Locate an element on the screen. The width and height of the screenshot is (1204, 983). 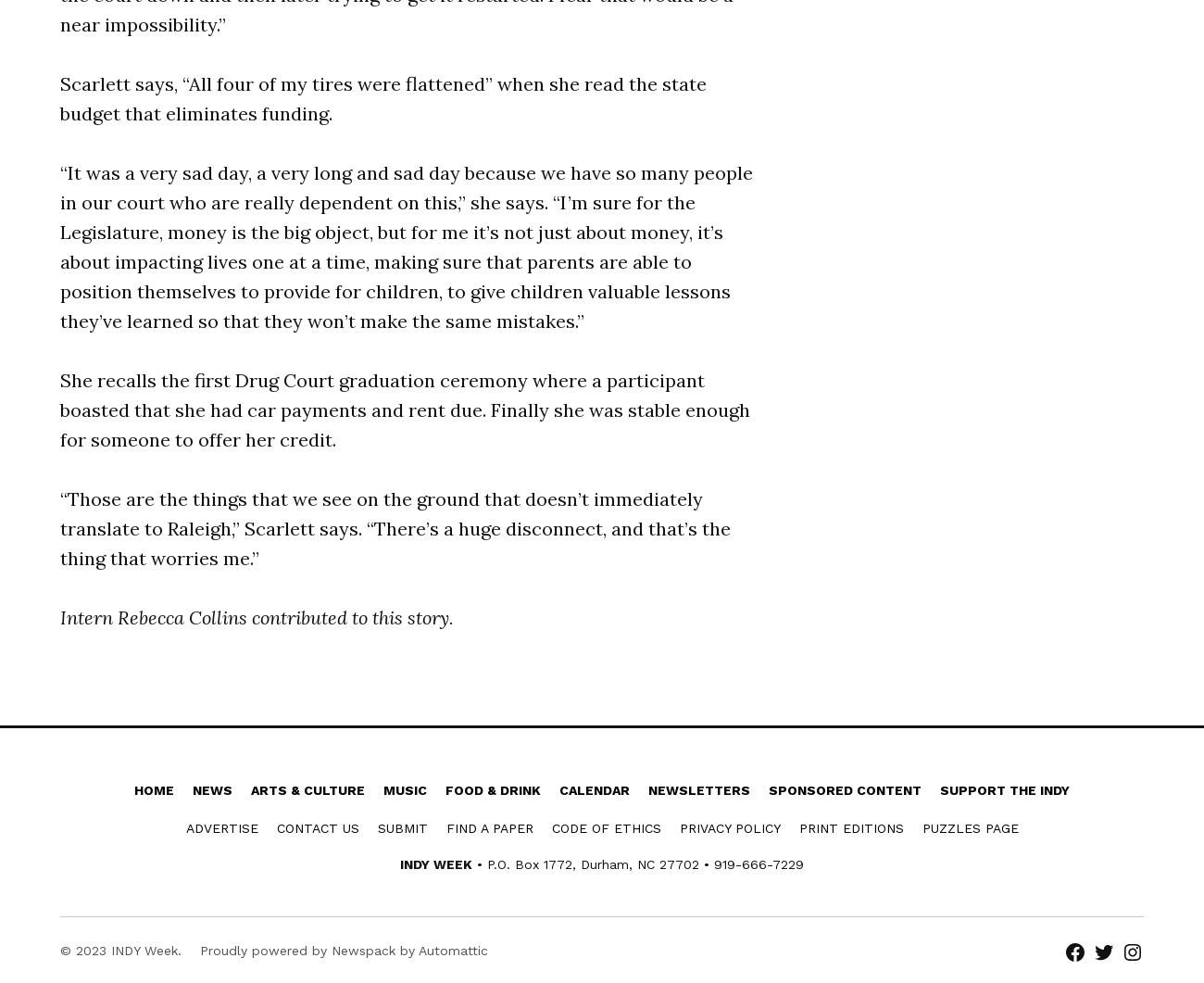
'• P.O. Box 1772, Durham, NC 27702 • 919-666-7229' is located at coordinates (637, 863).